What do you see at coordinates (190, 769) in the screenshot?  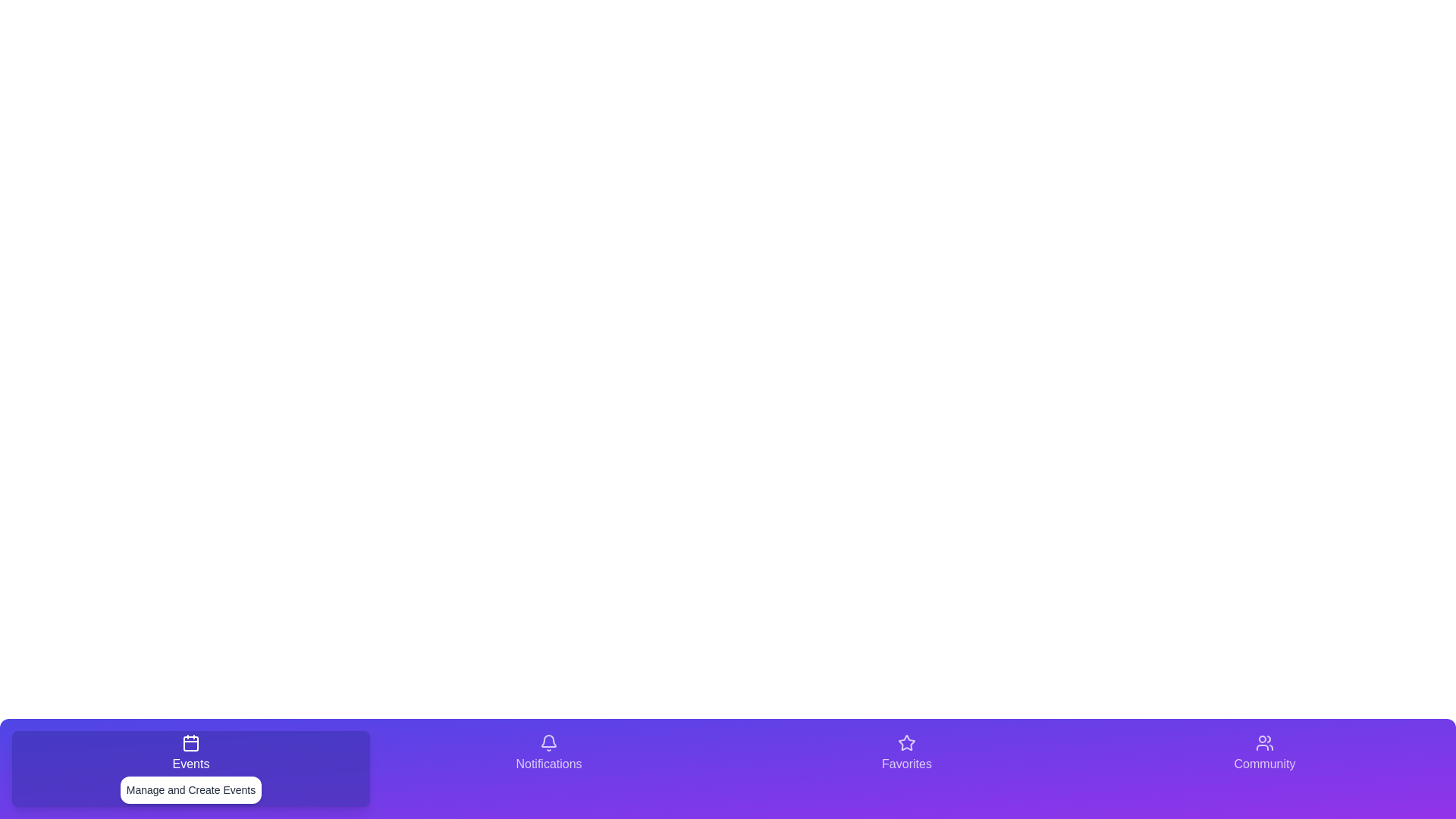 I see `the tab corresponding to Events` at bounding box center [190, 769].